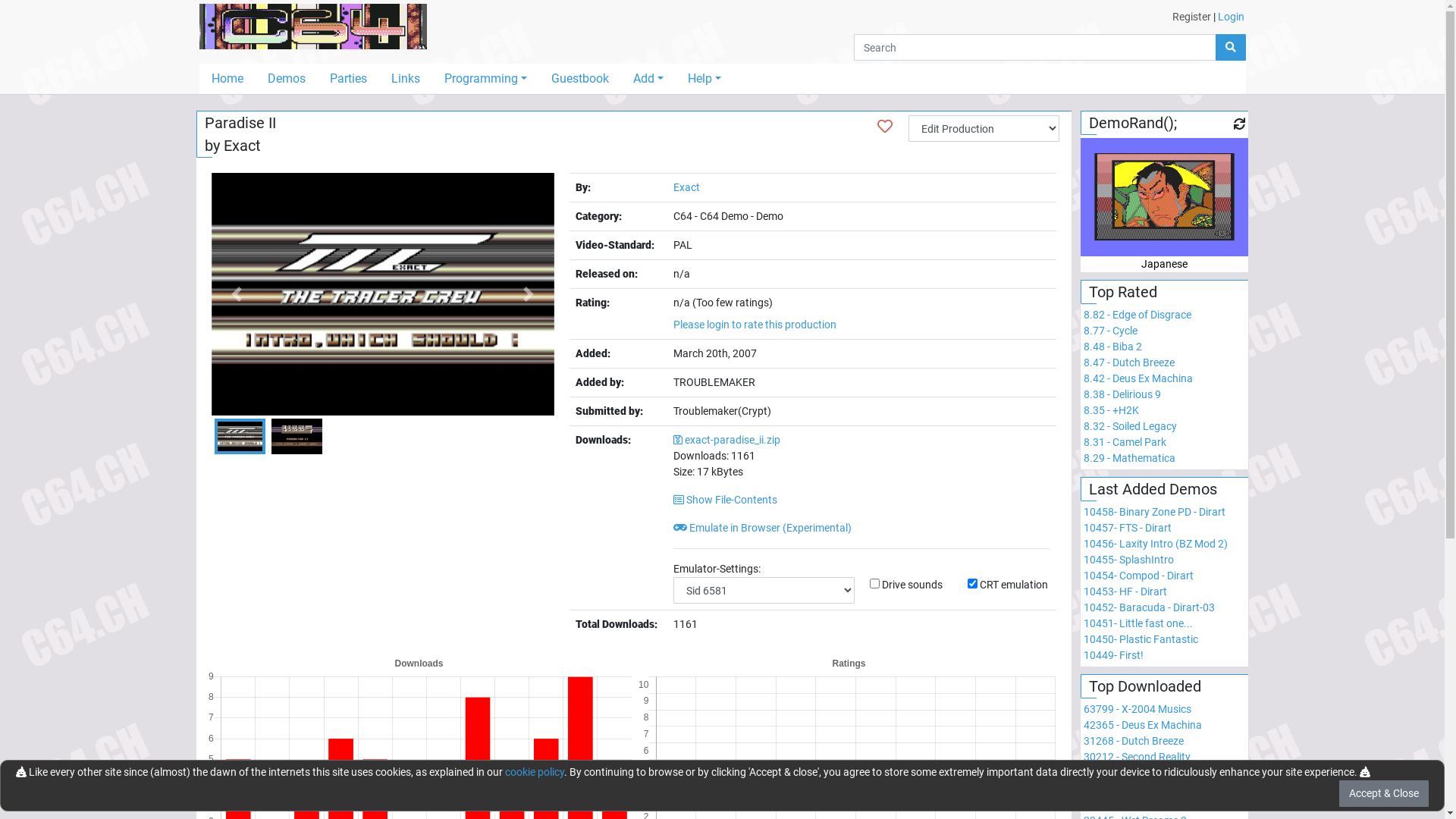  I want to click on '10451- Little fast one...', so click(1138, 623).